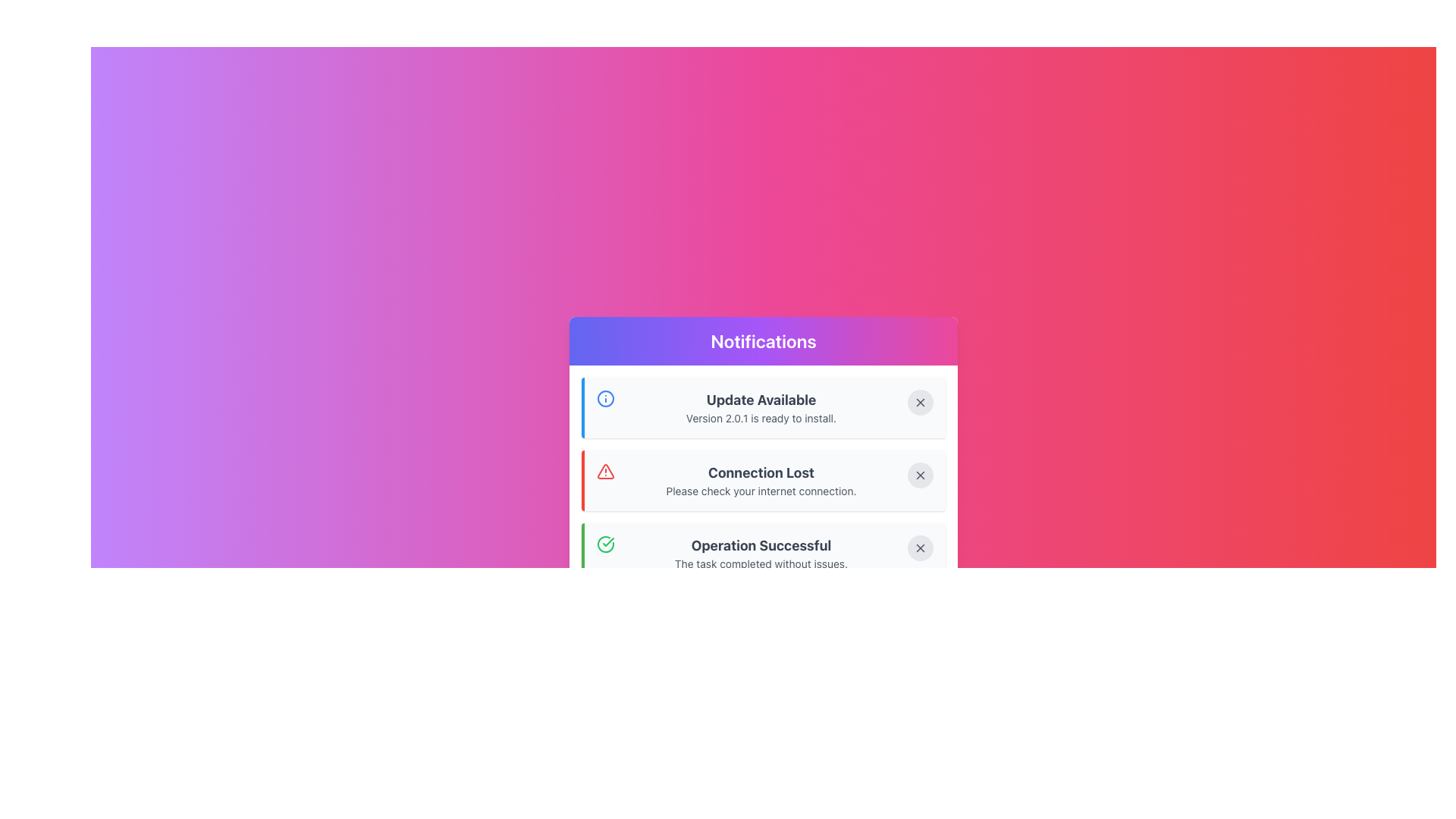  I want to click on title text of the notification indicating connection loss, which is centered within the second notification card in the modal, positioned between the 'Update Available' and 'Operation Successful' notifications, so click(761, 472).